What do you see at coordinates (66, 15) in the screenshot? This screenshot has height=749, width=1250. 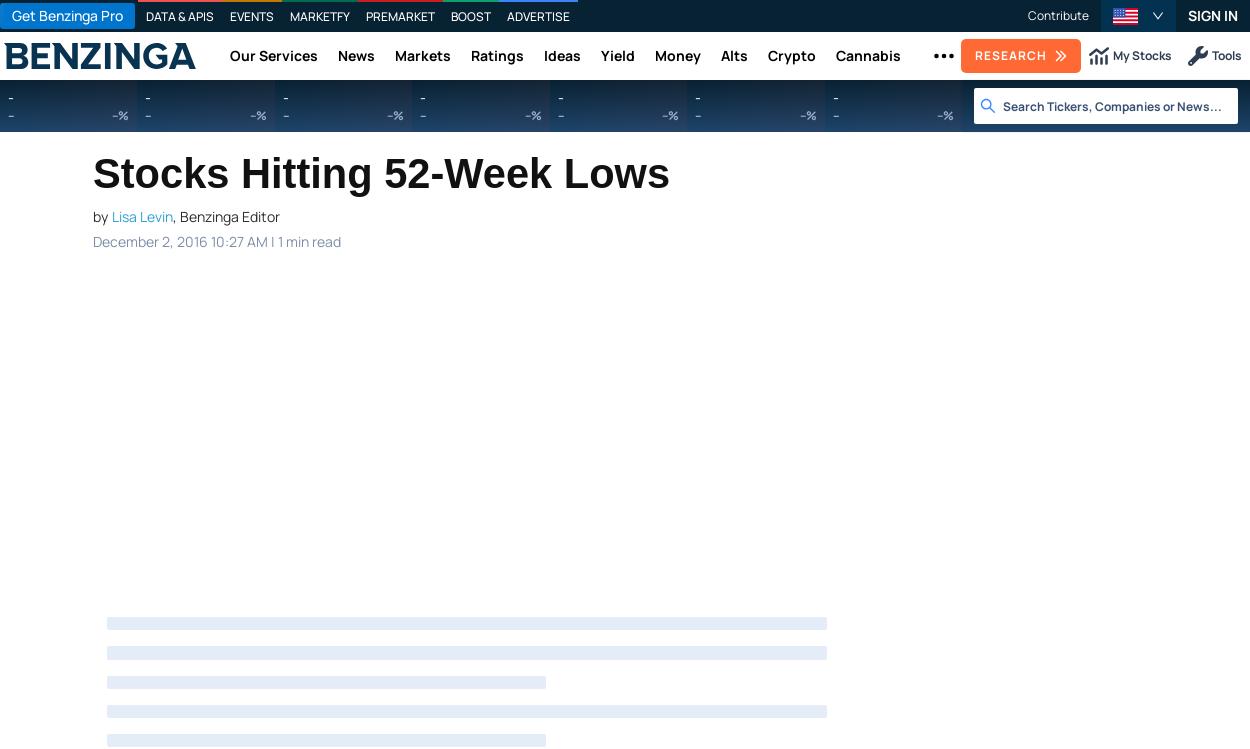 I see `'Get Benzinga Pro'` at bounding box center [66, 15].